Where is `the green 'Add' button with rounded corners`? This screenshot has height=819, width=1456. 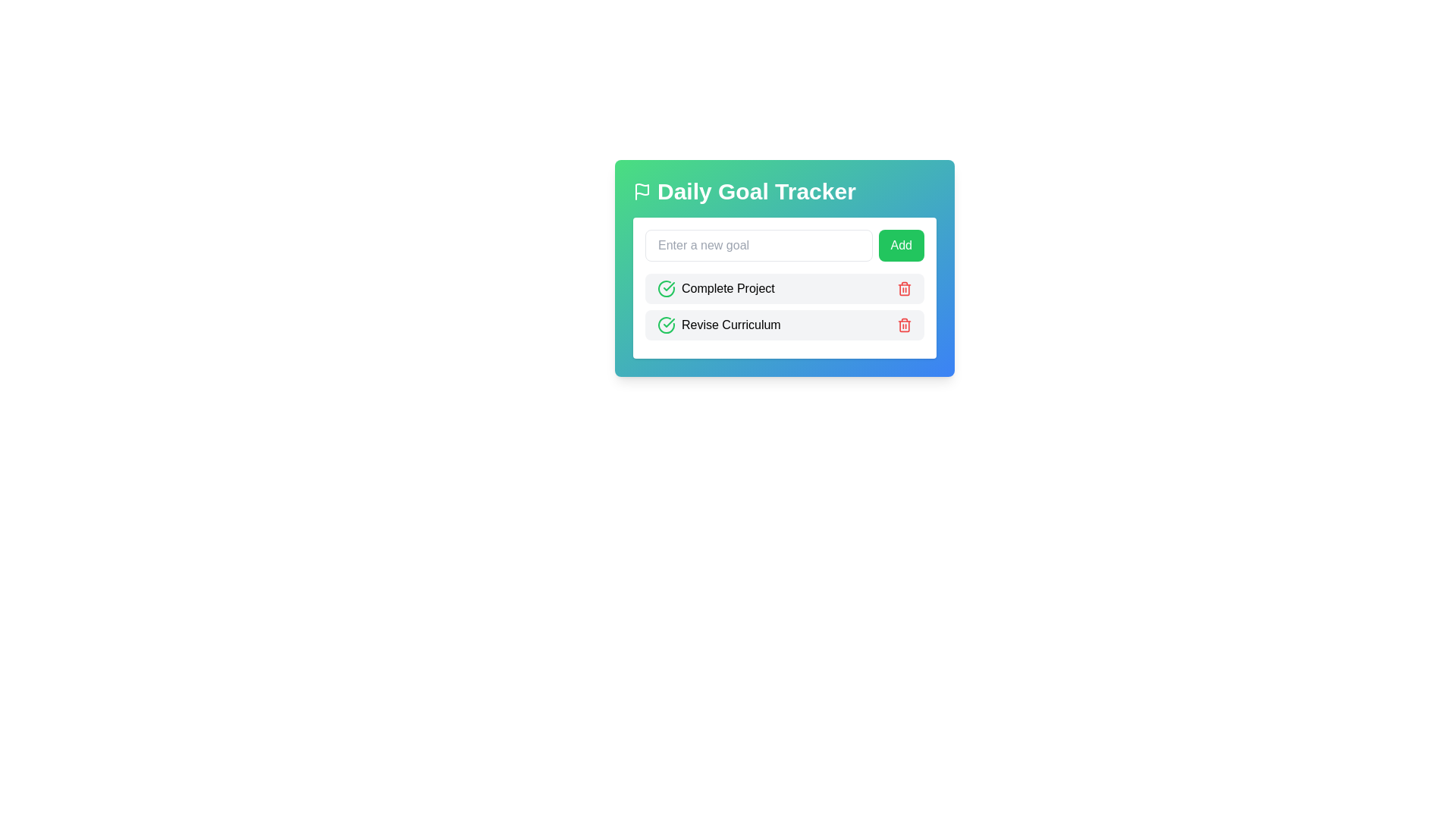 the green 'Add' button with rounded corners is located at coordinates (901, 245).